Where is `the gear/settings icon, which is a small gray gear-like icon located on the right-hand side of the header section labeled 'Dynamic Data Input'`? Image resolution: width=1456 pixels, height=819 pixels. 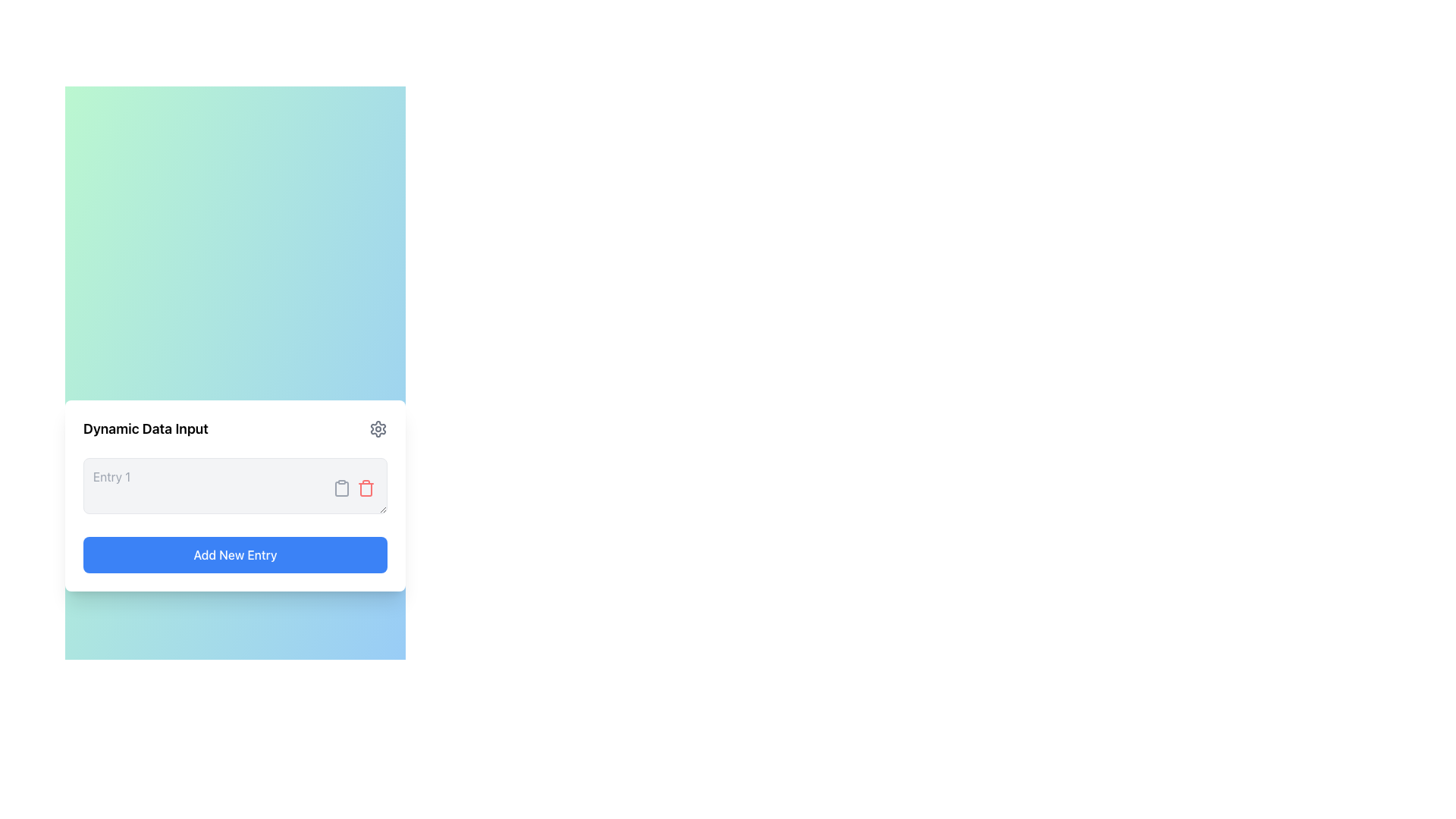
the gear/settings icon, which is a small gray gear-like icon located on the right-hand side of the header section labeled 'Dynamic Data Input' is located at coordinates (378, 429).